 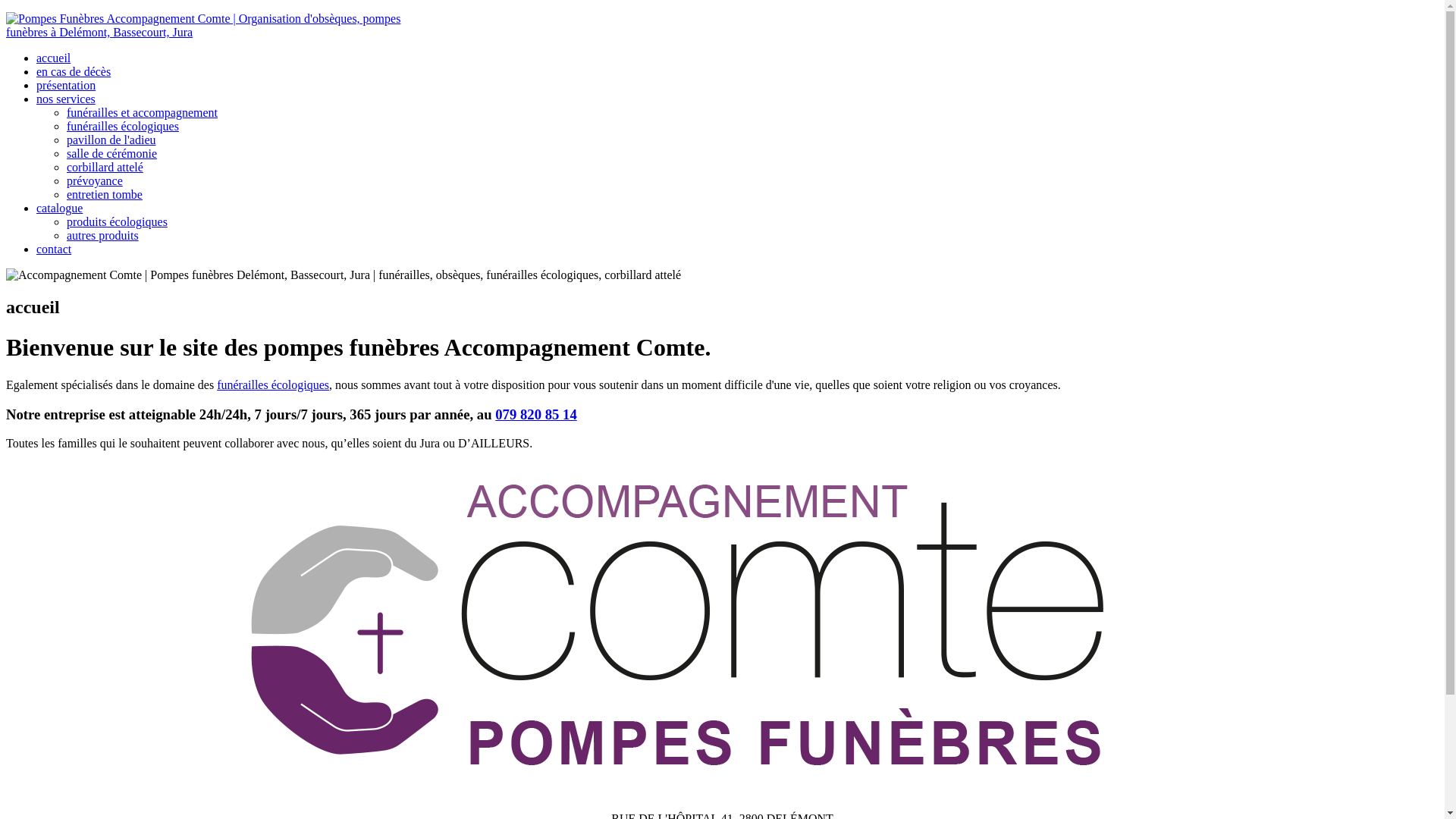 What do you see at coordinates (53, 57) in the screenshot?
I see `'accueil'` at bounding box center [53, 57].